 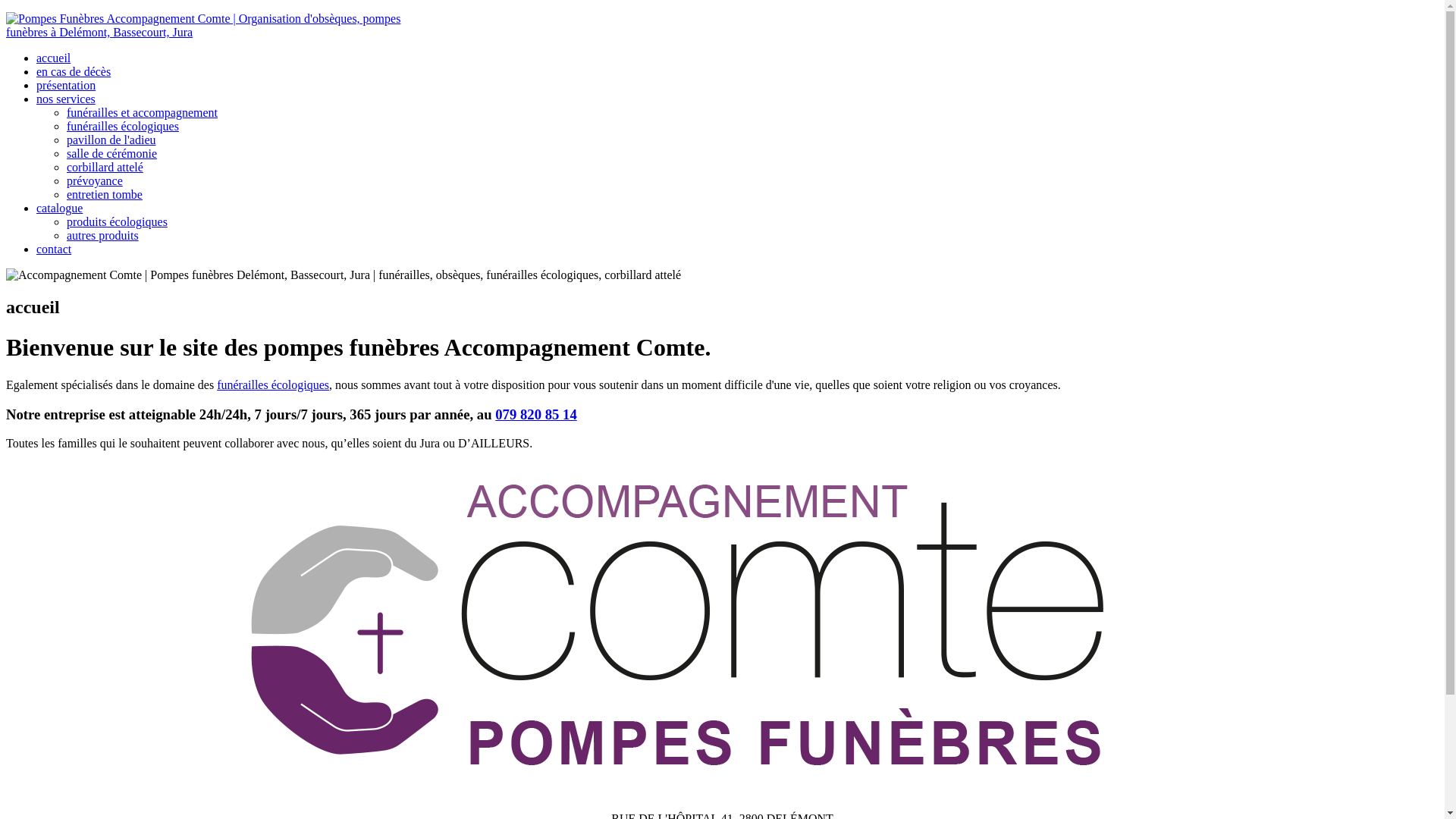 What do you see at coordinates (53, 57) in the screenshot?
I see `'accueil'` at bounding box center [53, 57].